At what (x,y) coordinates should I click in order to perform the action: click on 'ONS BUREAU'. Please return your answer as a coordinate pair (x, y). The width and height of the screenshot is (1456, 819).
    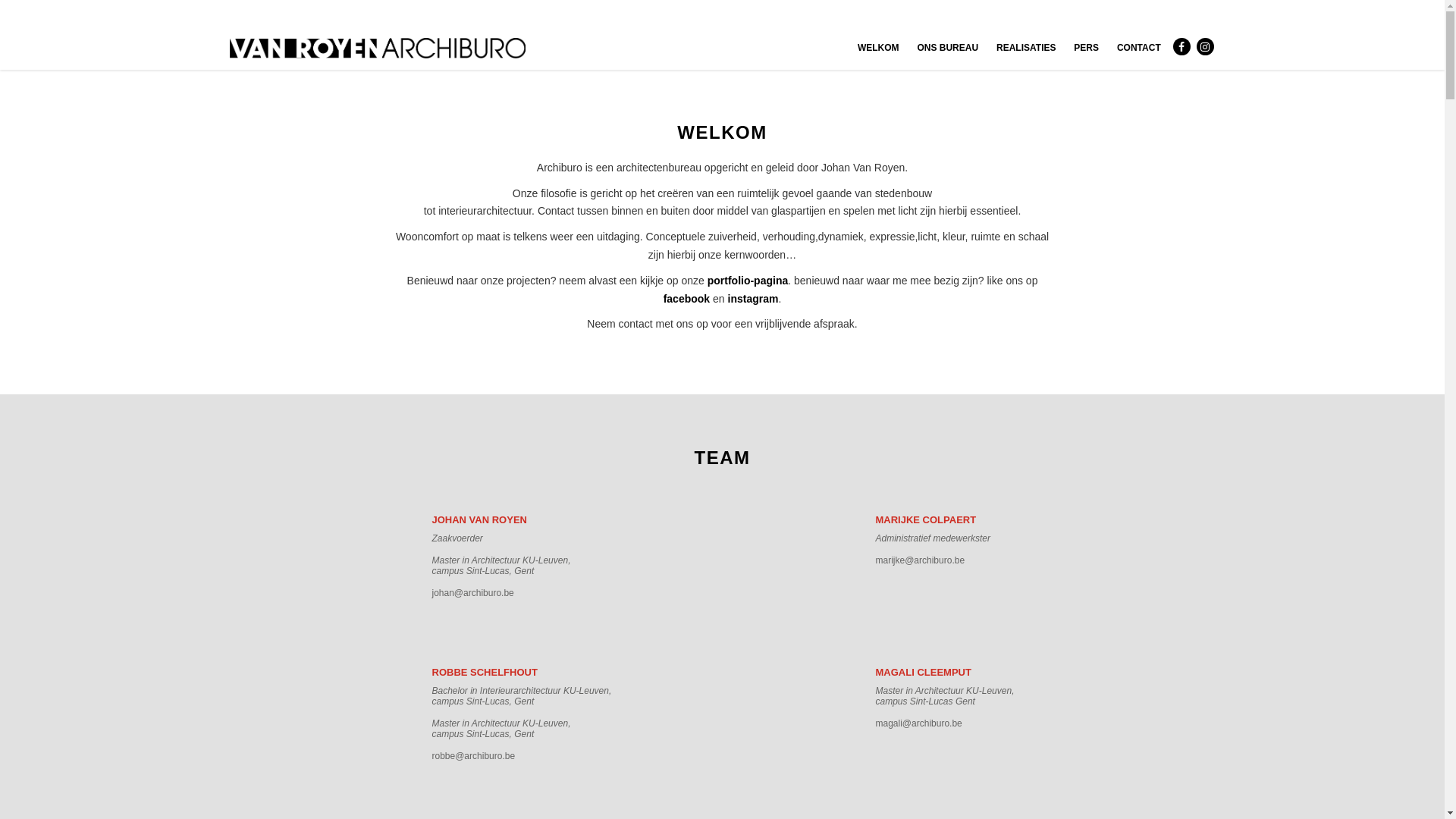
    Looking at the image, I should click on (946, 47).